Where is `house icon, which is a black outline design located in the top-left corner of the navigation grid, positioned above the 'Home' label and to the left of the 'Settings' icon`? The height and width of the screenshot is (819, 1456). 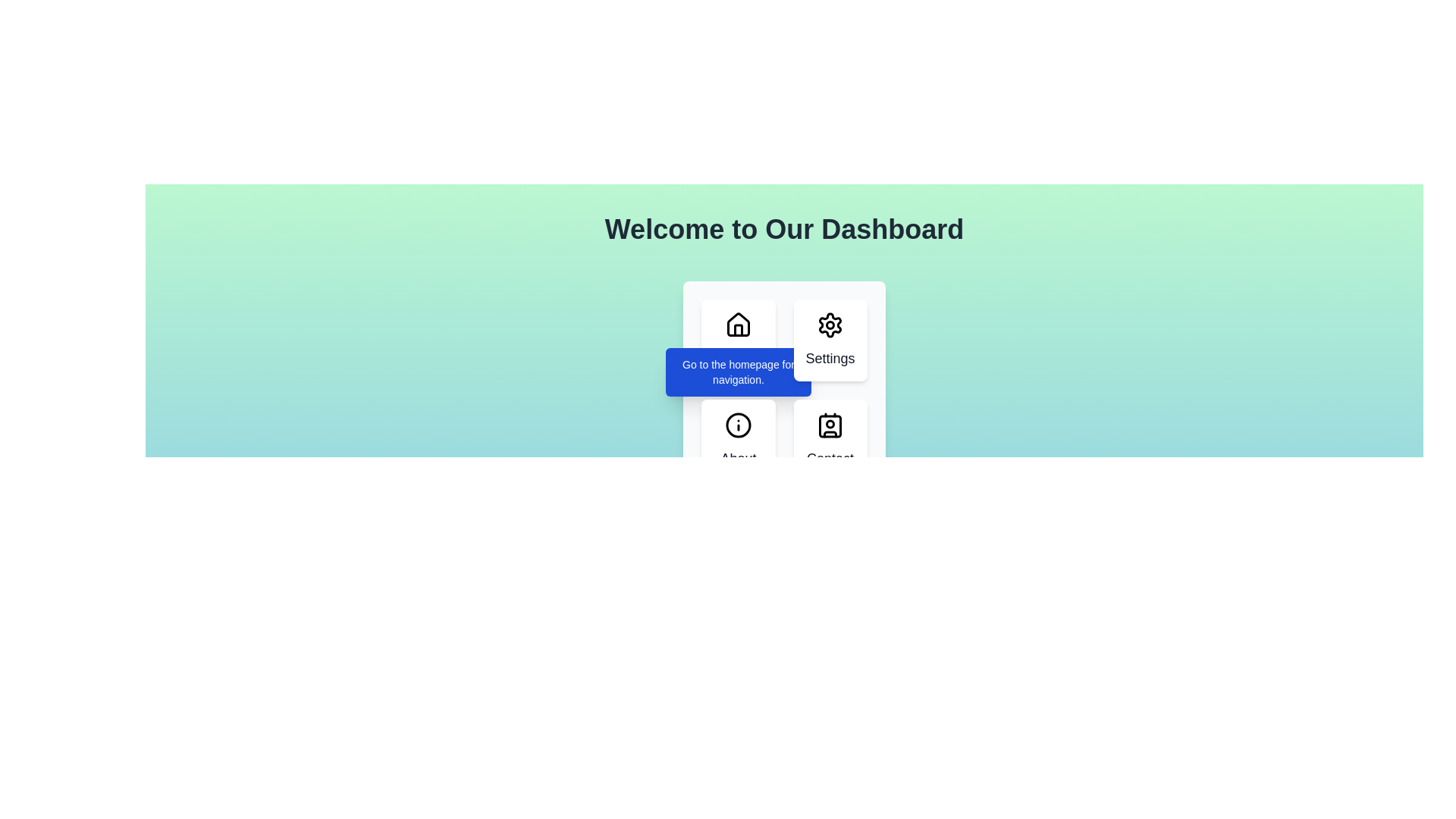 house icon, which is a black outline design located in the top-left corner of the navigation grid, positioned above the 'Home' label and to the left of the 'Settings' icon is located at coordinates (739, 324).